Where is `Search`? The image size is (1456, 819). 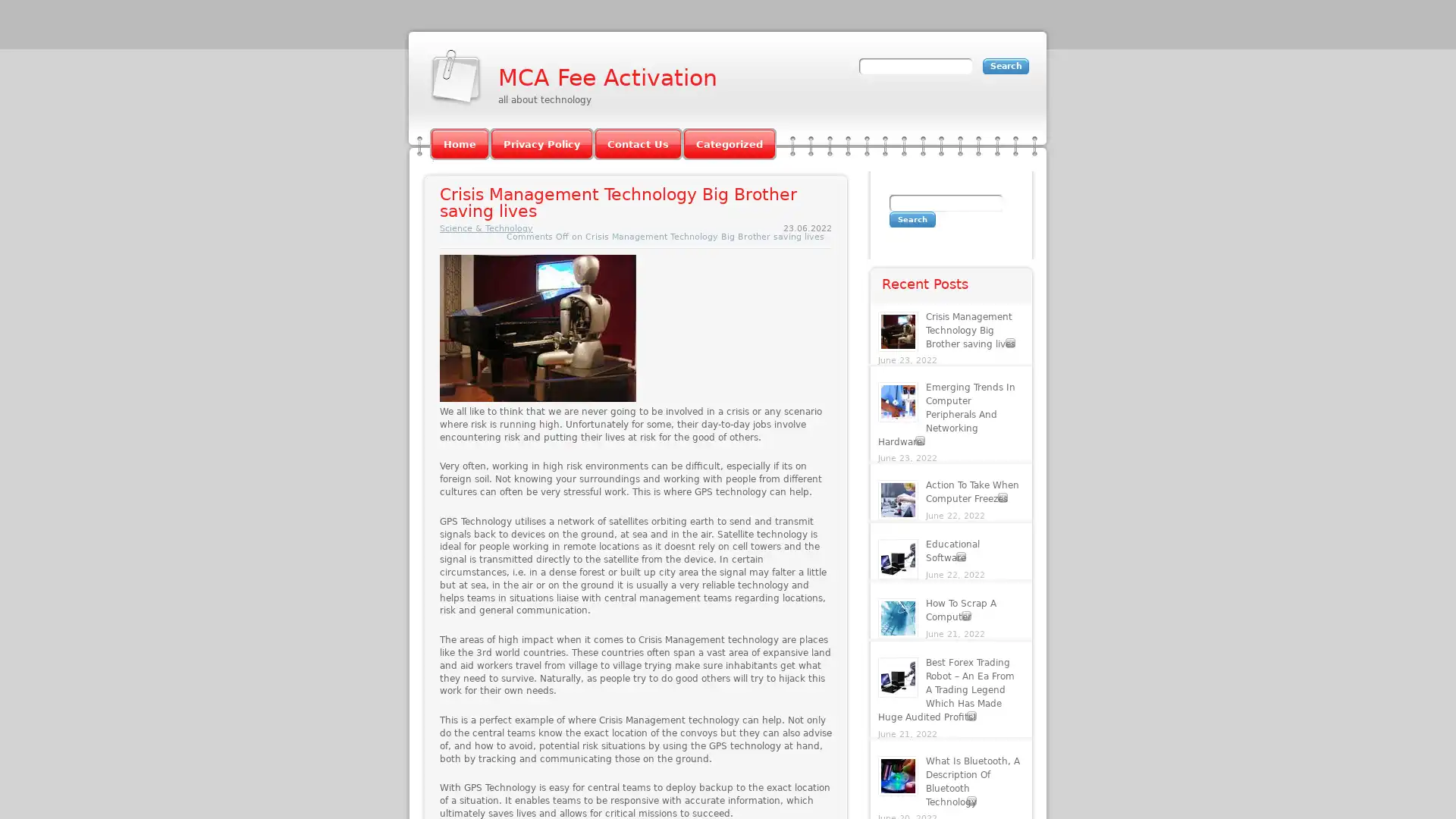 Search is located at coordinates (1006, 65).